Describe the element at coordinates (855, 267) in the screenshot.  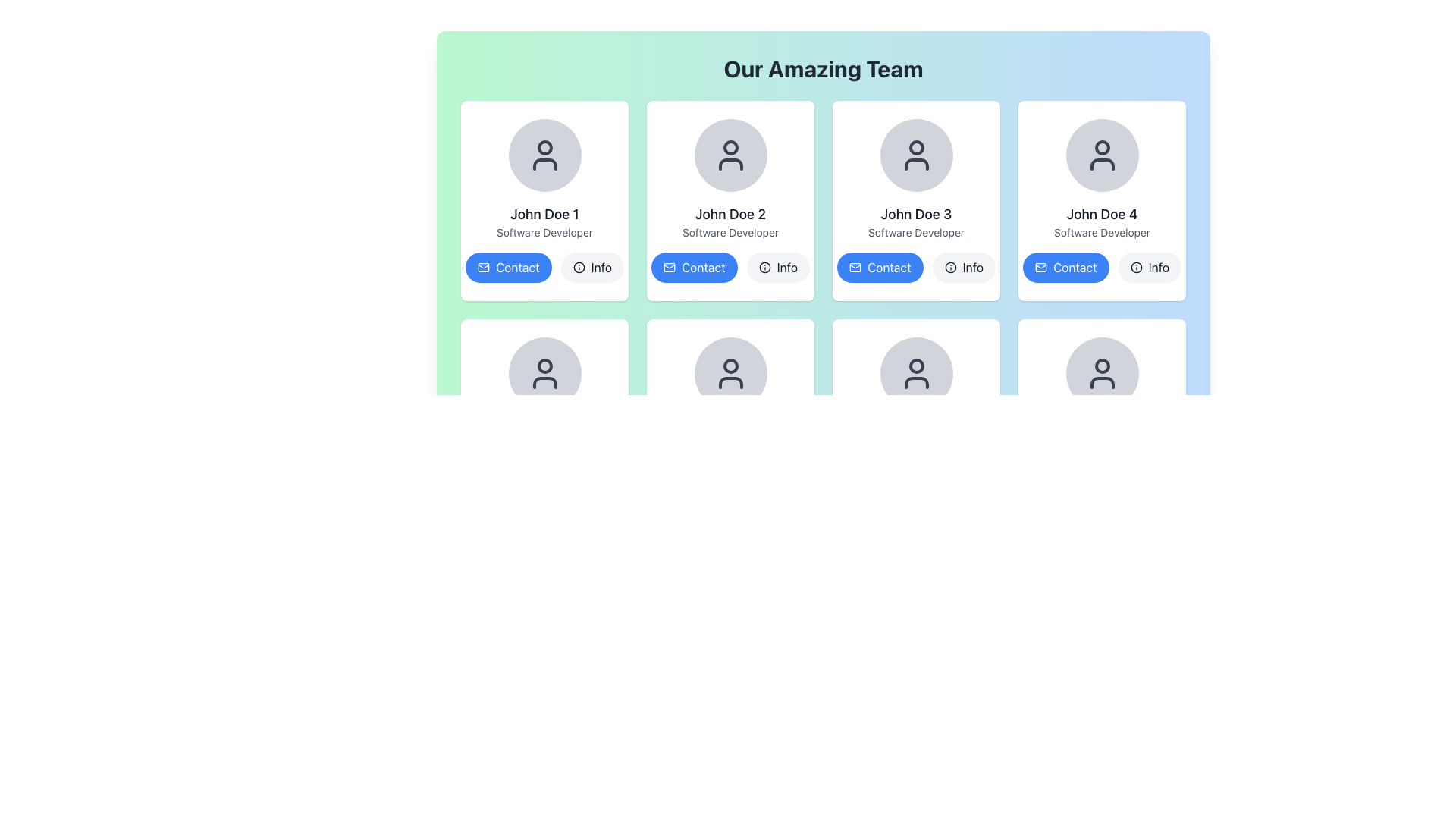
I see `the envelope icon with a blue background, which is part of the 'Contact' button beneath the 'John Doe 3' card, located in the top row's third column, positioned to the left of the text 'Contact'` at that location.